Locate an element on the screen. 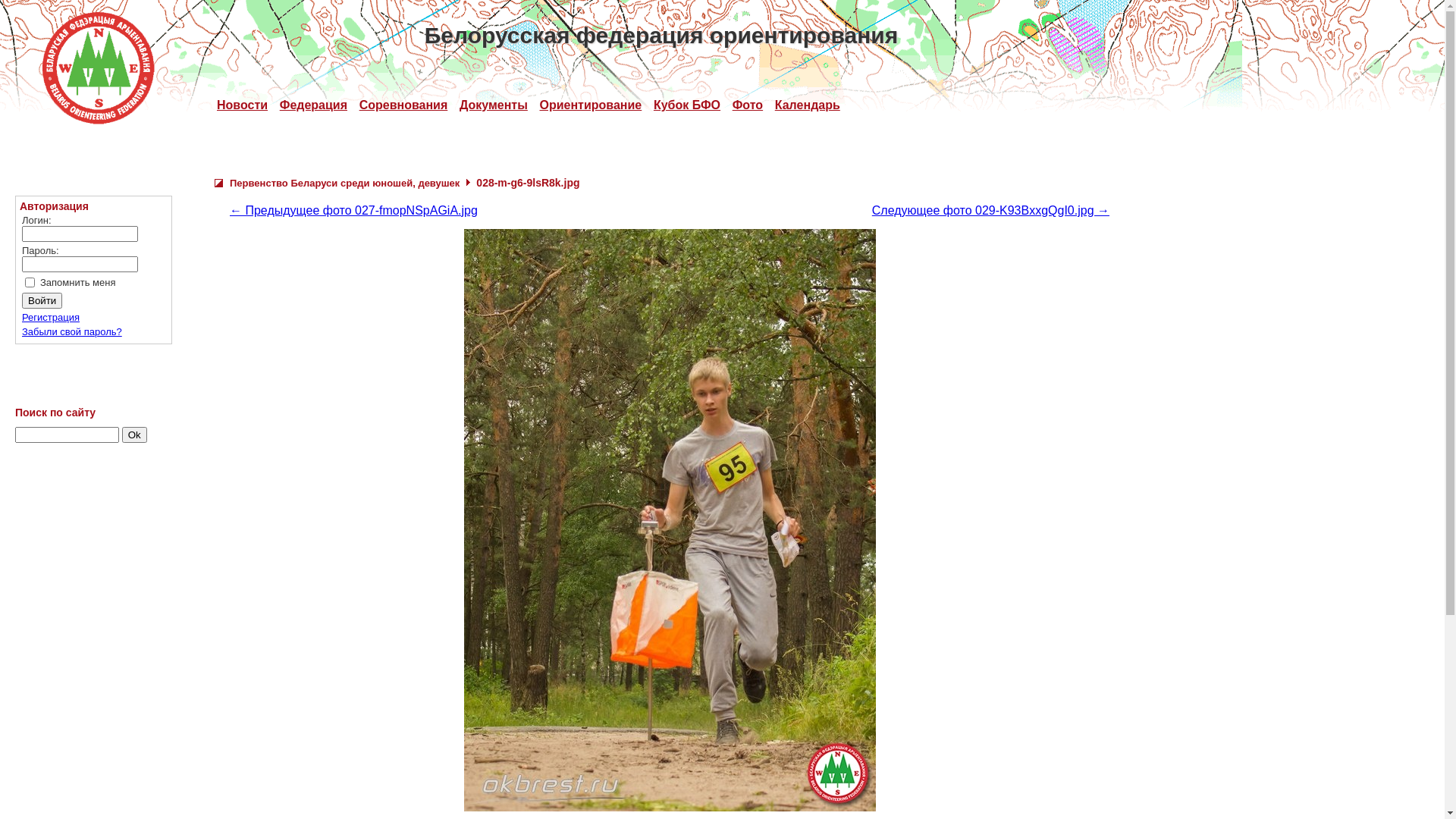  'Ok' is located at coordinates (134, 435).